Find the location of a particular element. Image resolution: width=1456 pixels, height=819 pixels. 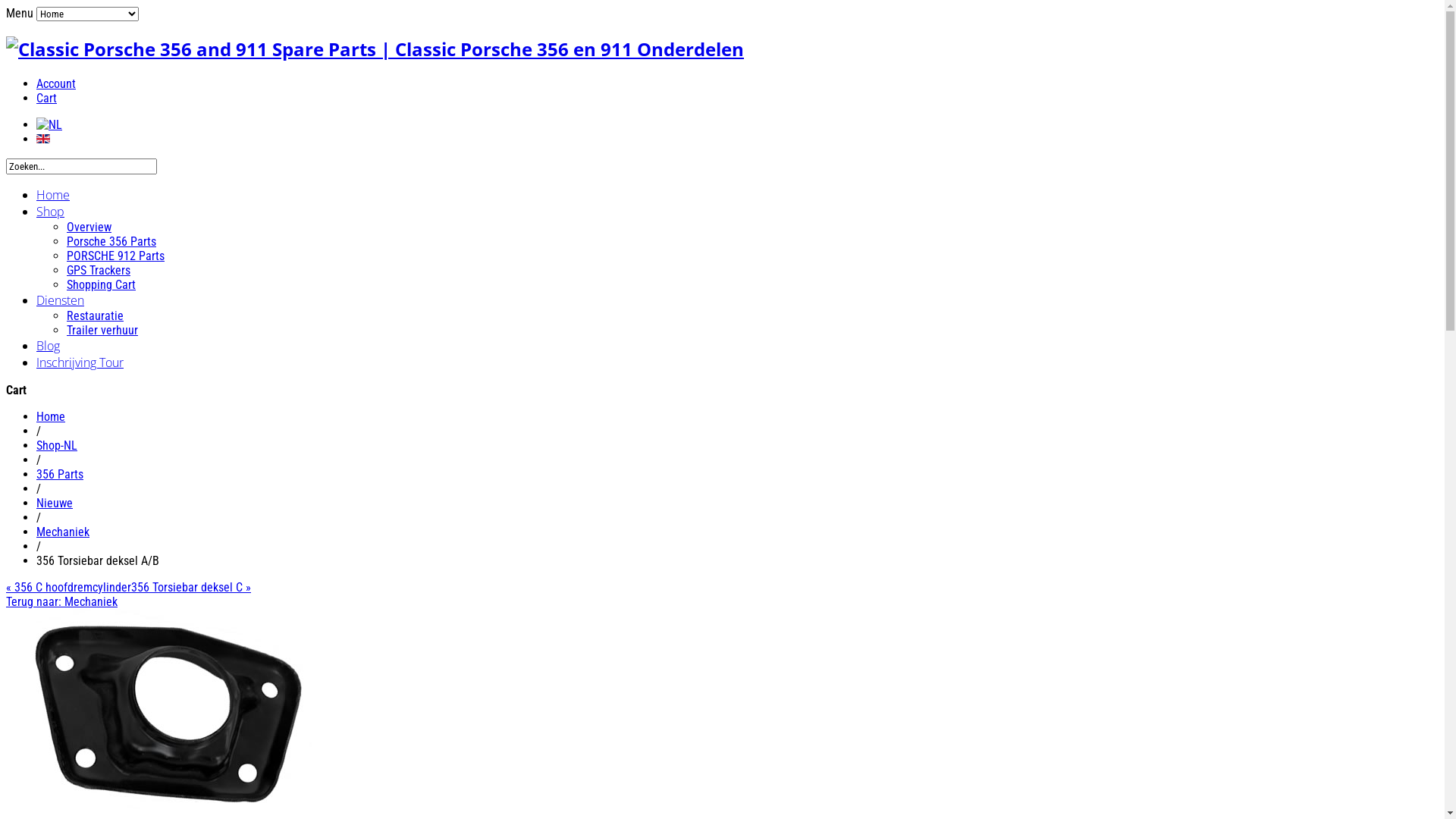

'Account' is located at coordinates (55, 83).